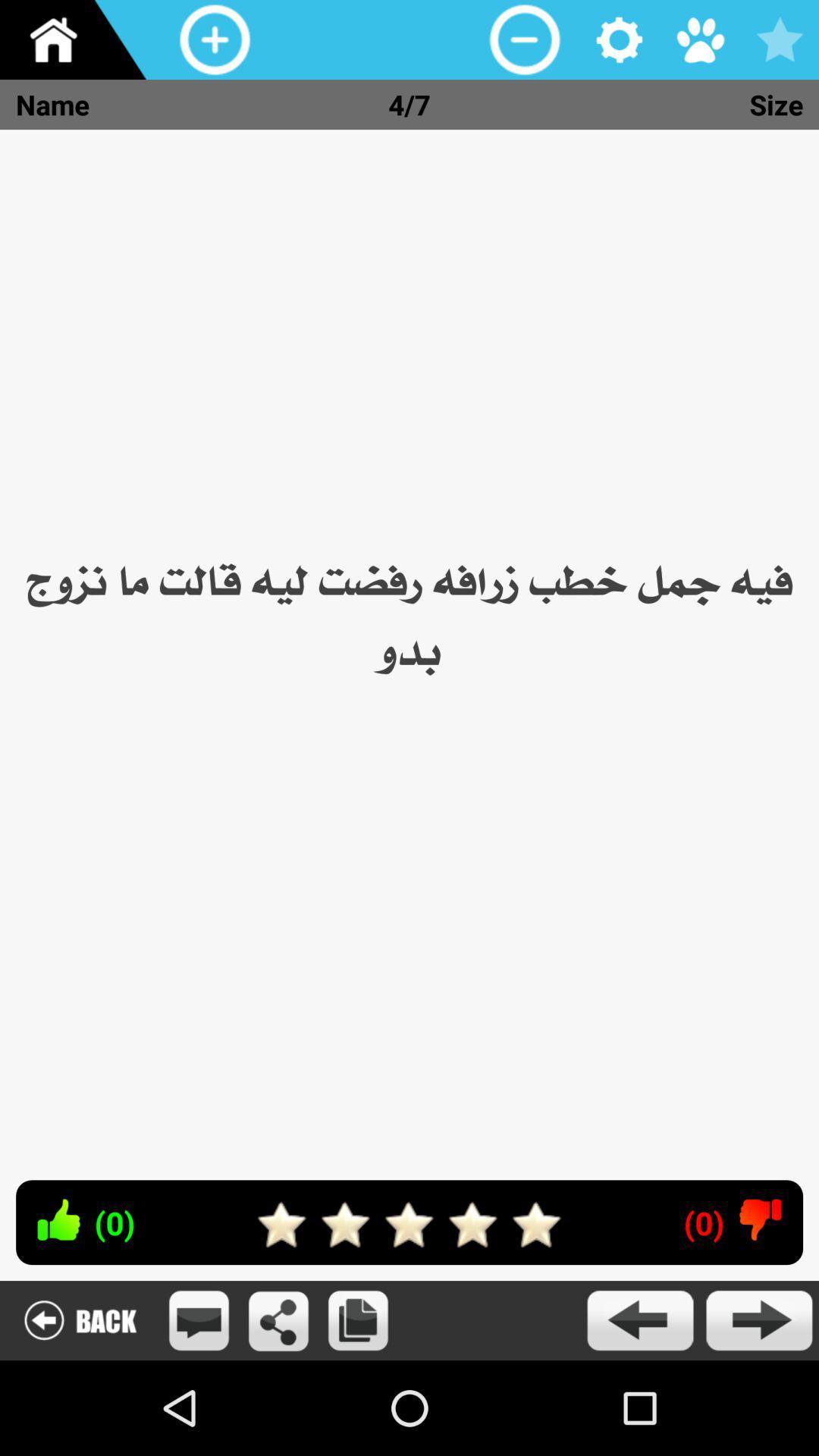 The image size is (819, 1456). I want to click on copy this phrase, so click(358, 1319).